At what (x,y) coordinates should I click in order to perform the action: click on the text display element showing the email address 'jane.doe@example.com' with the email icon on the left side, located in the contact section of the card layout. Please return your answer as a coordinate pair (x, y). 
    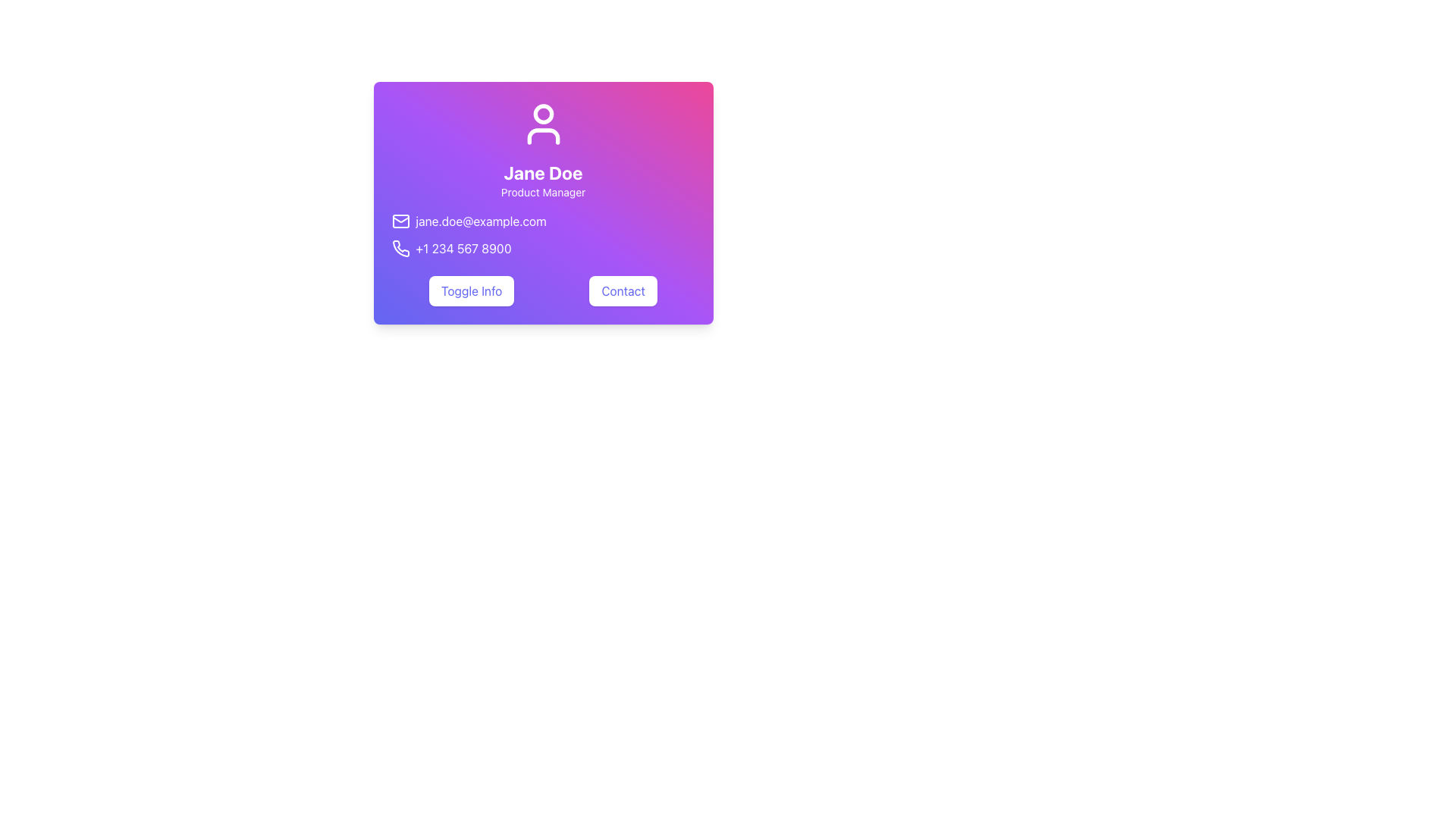
    Looking at the image, I should click on (543, 221).